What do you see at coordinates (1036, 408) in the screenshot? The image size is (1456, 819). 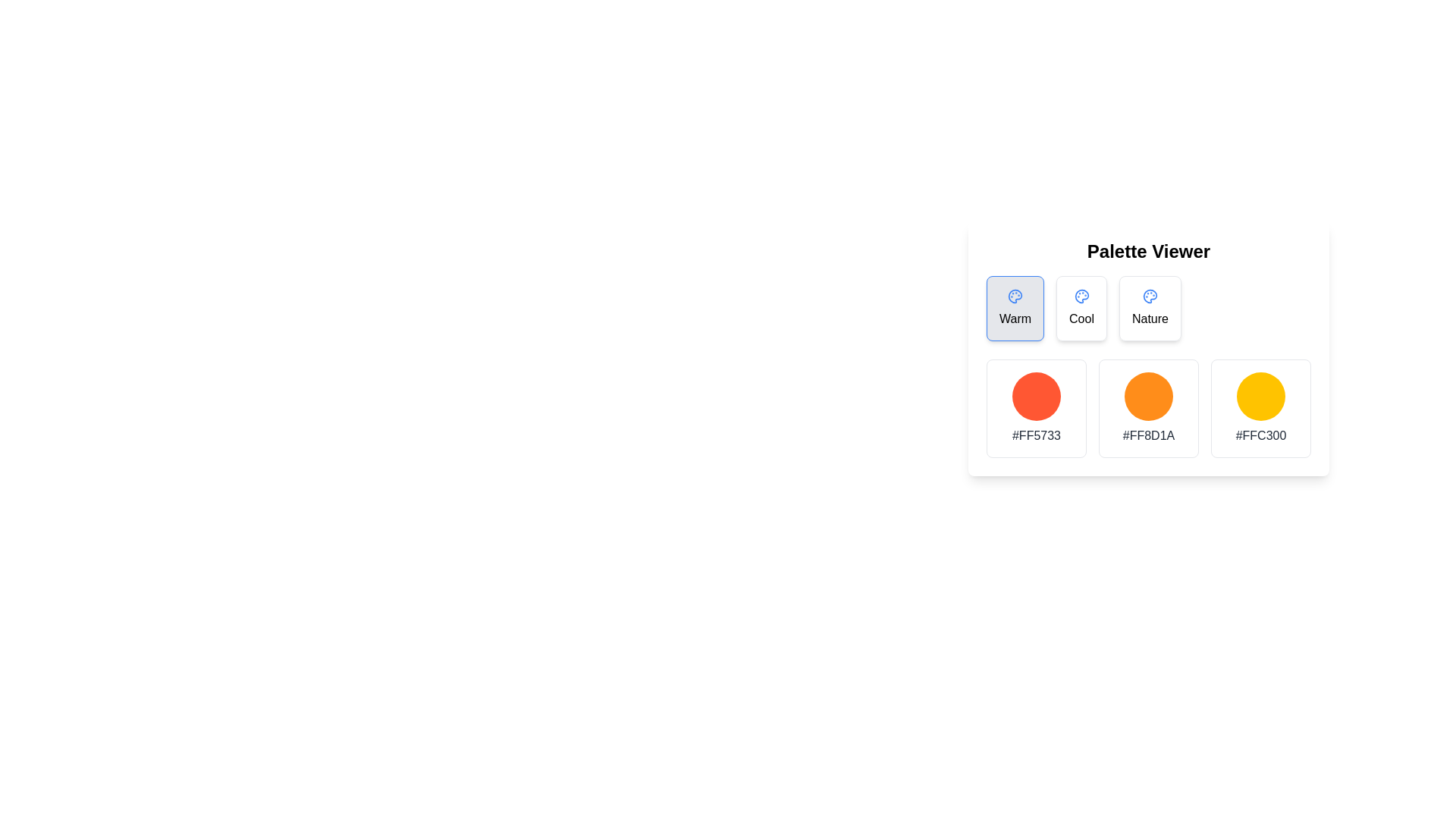 I see `the rounded orange circle color swatch displaying the color code '#FF5733', which is the first item in a horizontal grid of color samples` at bounding box center [1036, 408].